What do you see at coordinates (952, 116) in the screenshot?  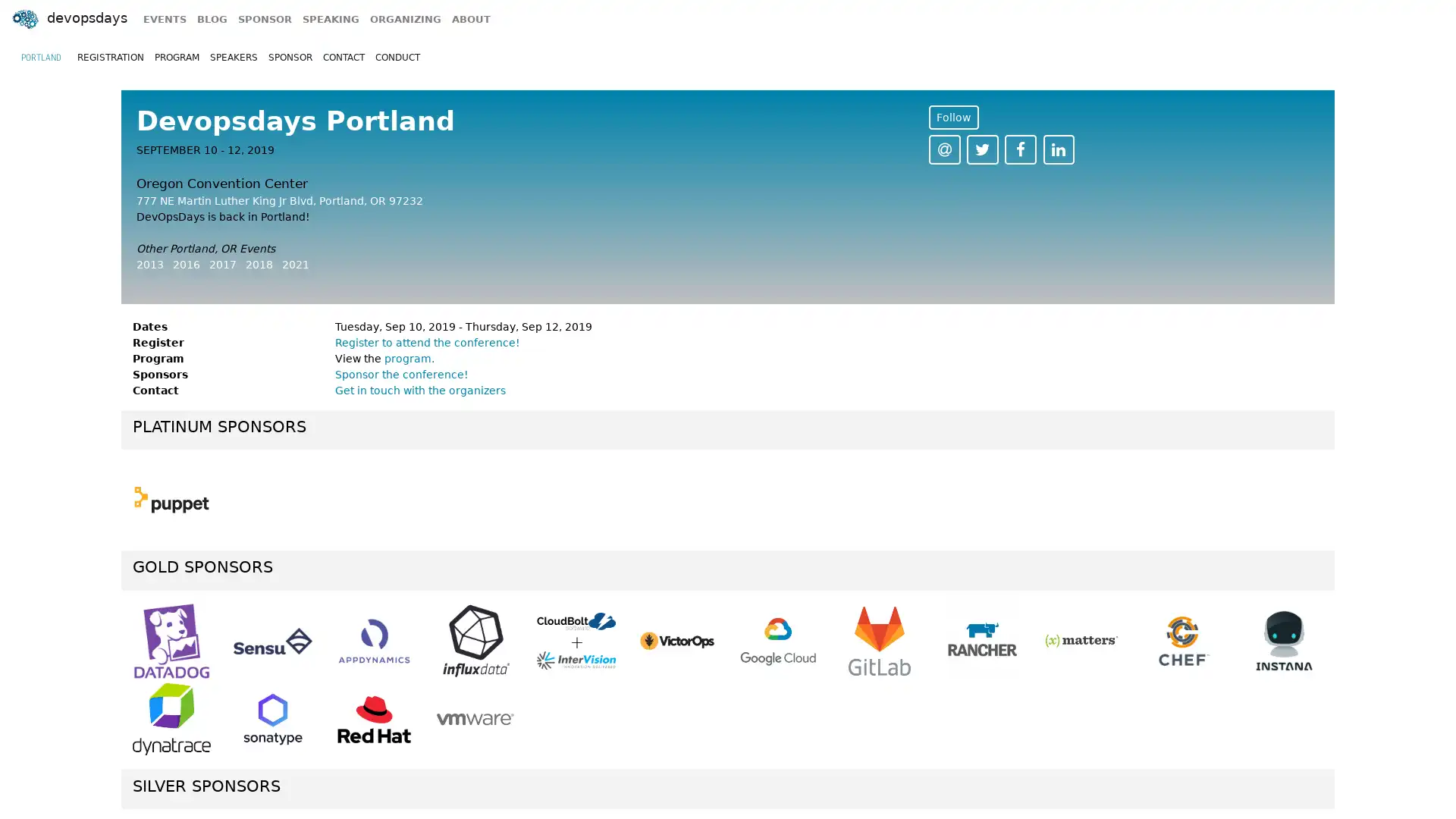 I see `Follow` at bounding box center [952, 116].